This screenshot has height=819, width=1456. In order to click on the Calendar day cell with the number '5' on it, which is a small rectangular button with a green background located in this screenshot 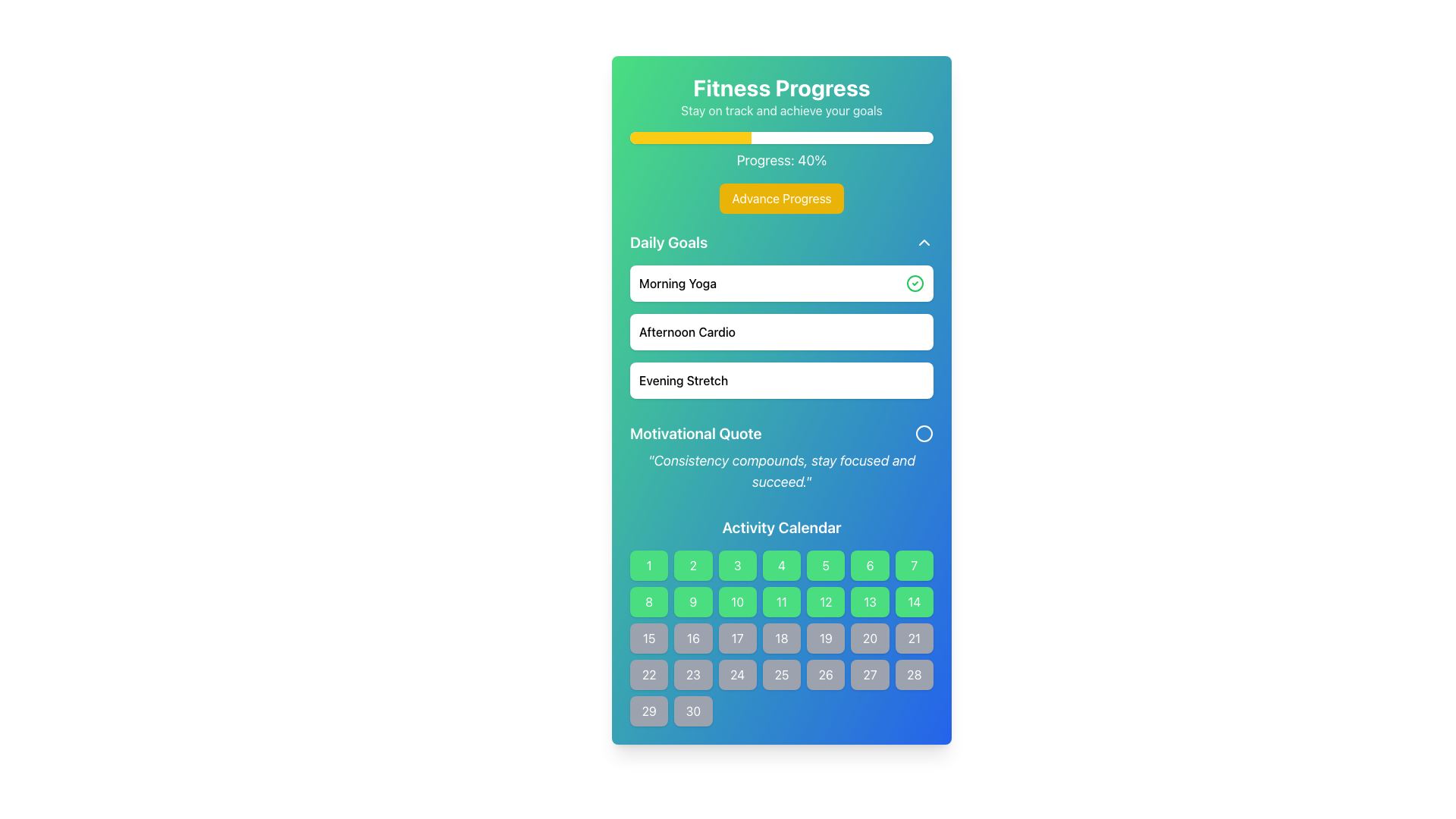, I will do `click(825, 565)`.